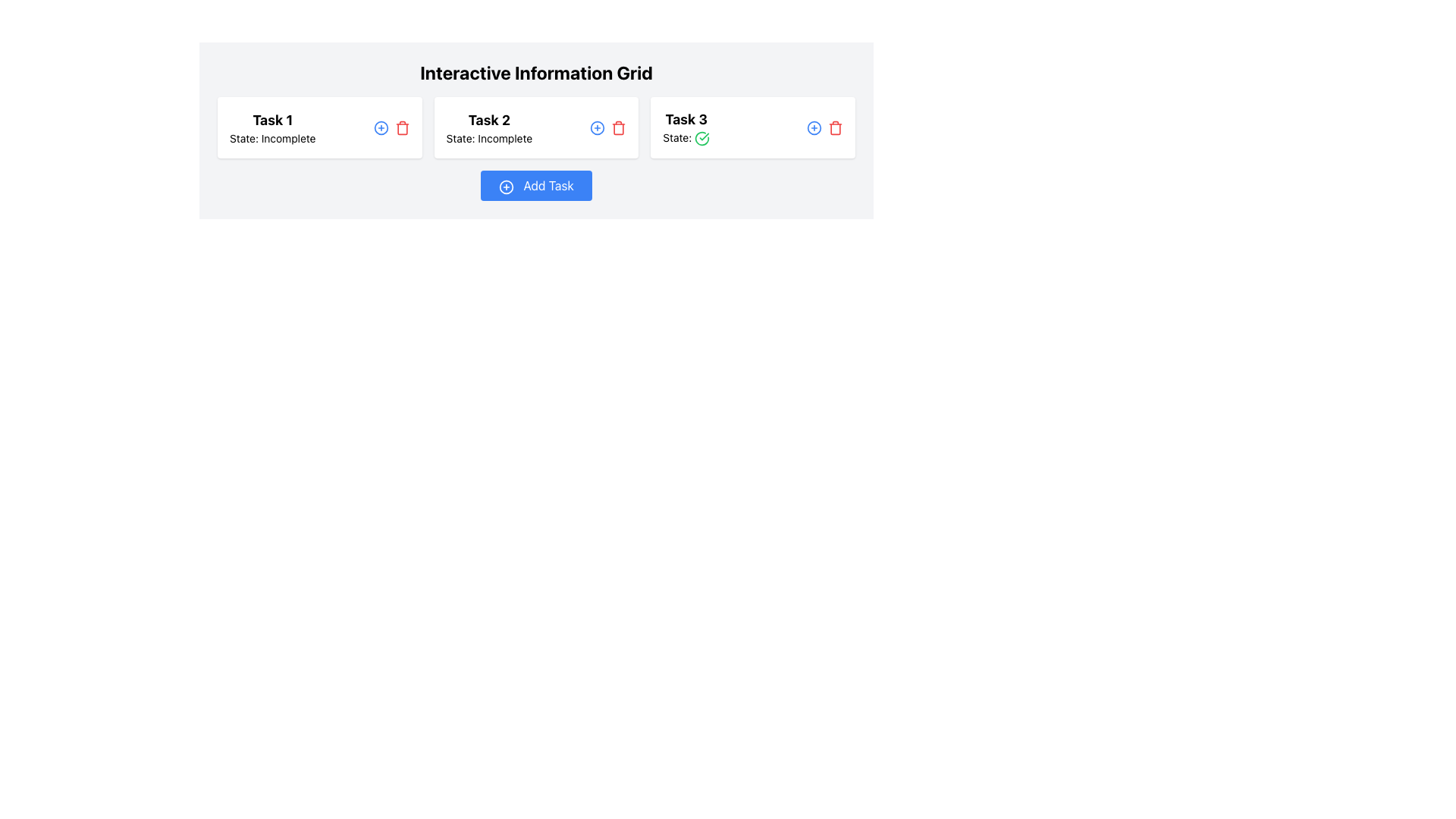  What do you see at coordinates (272, 138) in the screenshot?
I see `the informational Text label indicating the current state of Task 1` at bounding box center [272, 138].